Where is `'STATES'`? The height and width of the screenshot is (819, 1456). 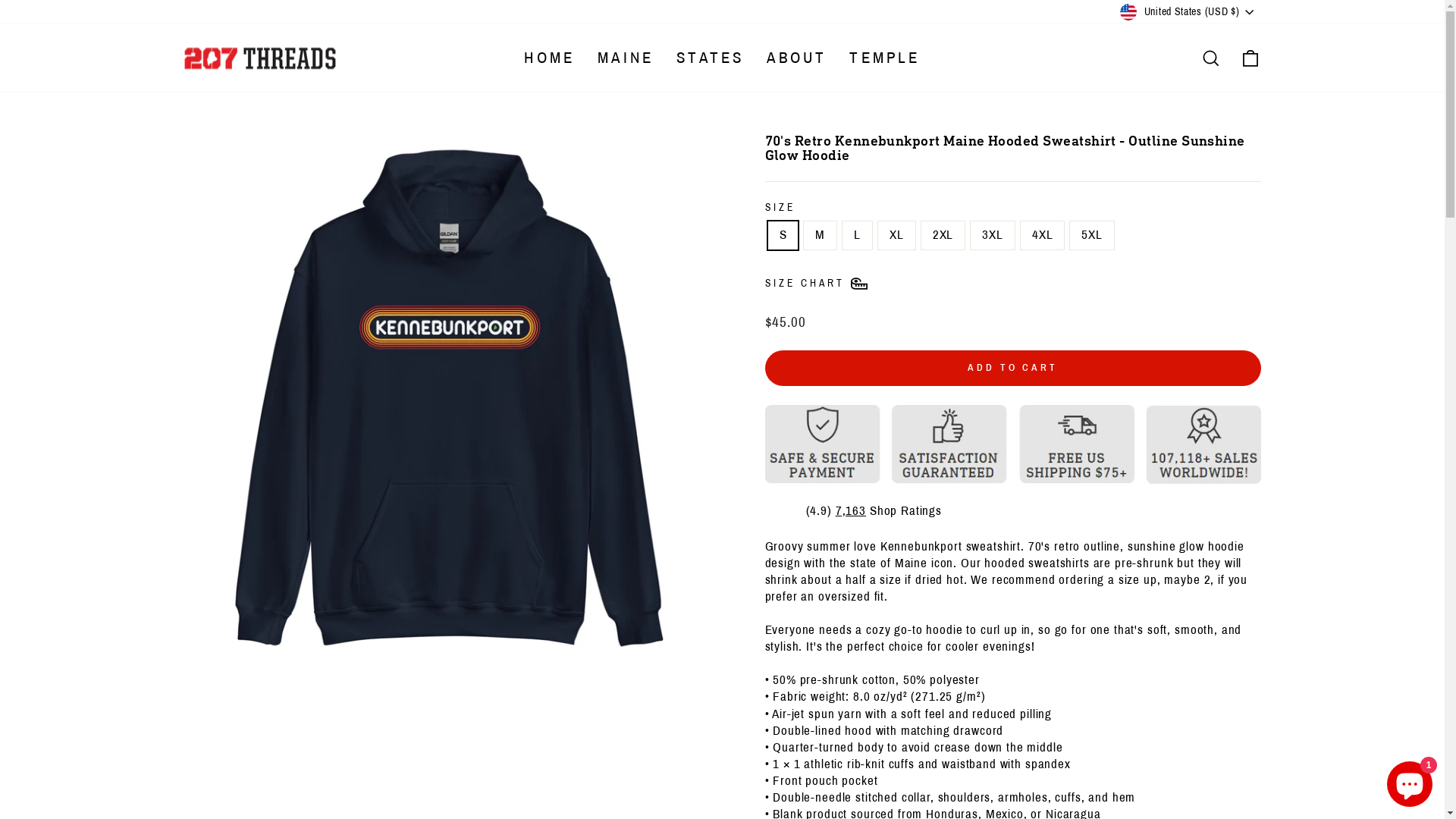 'STATES' is located at coordinates (709, 58).